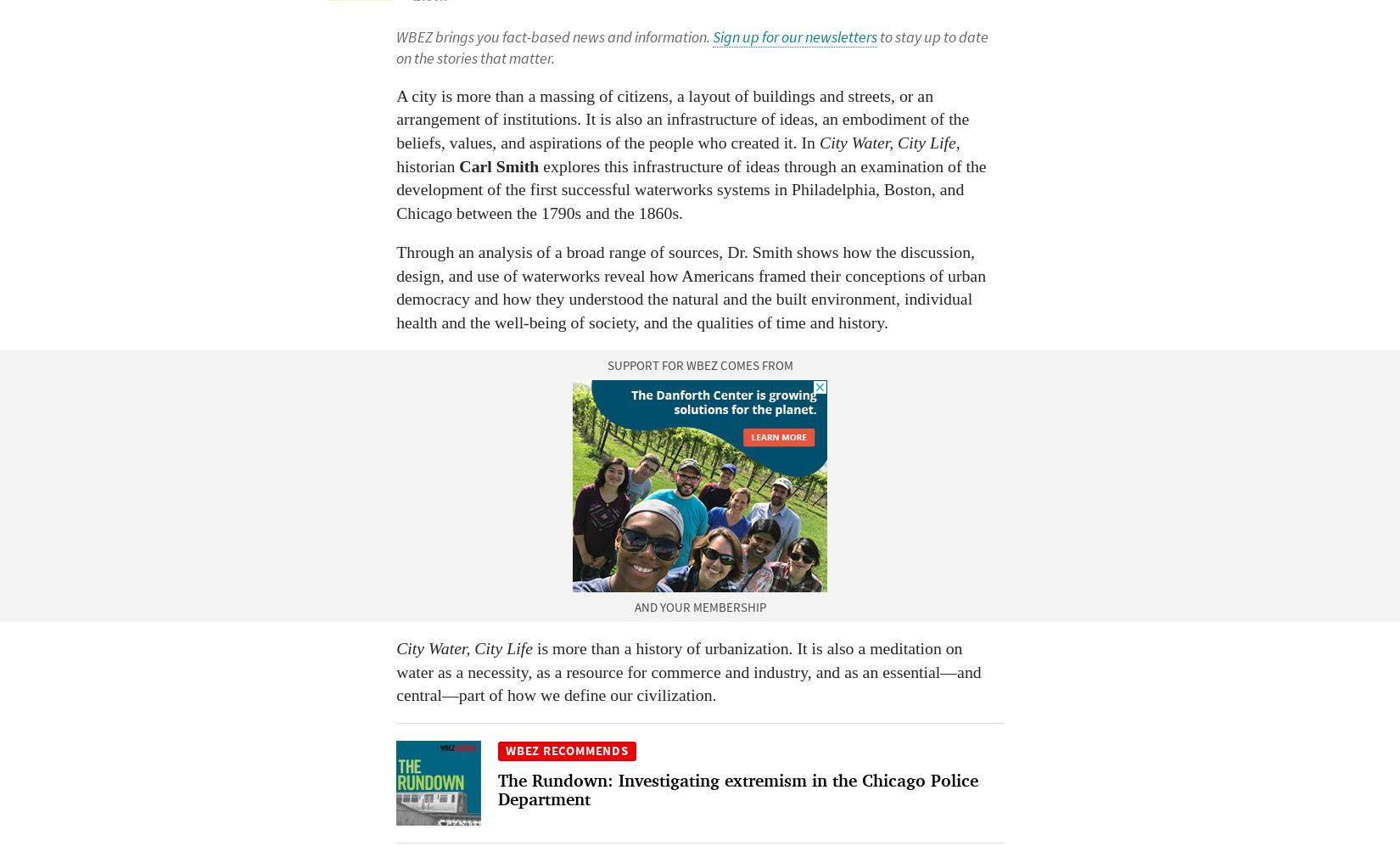 The height and width of the screenshot is (846, 1400). What do you see at coordinates (565, 748) in the screenshot?
I see `'WBEZ RECOMMENDS'` at bounding box center [565, 748].